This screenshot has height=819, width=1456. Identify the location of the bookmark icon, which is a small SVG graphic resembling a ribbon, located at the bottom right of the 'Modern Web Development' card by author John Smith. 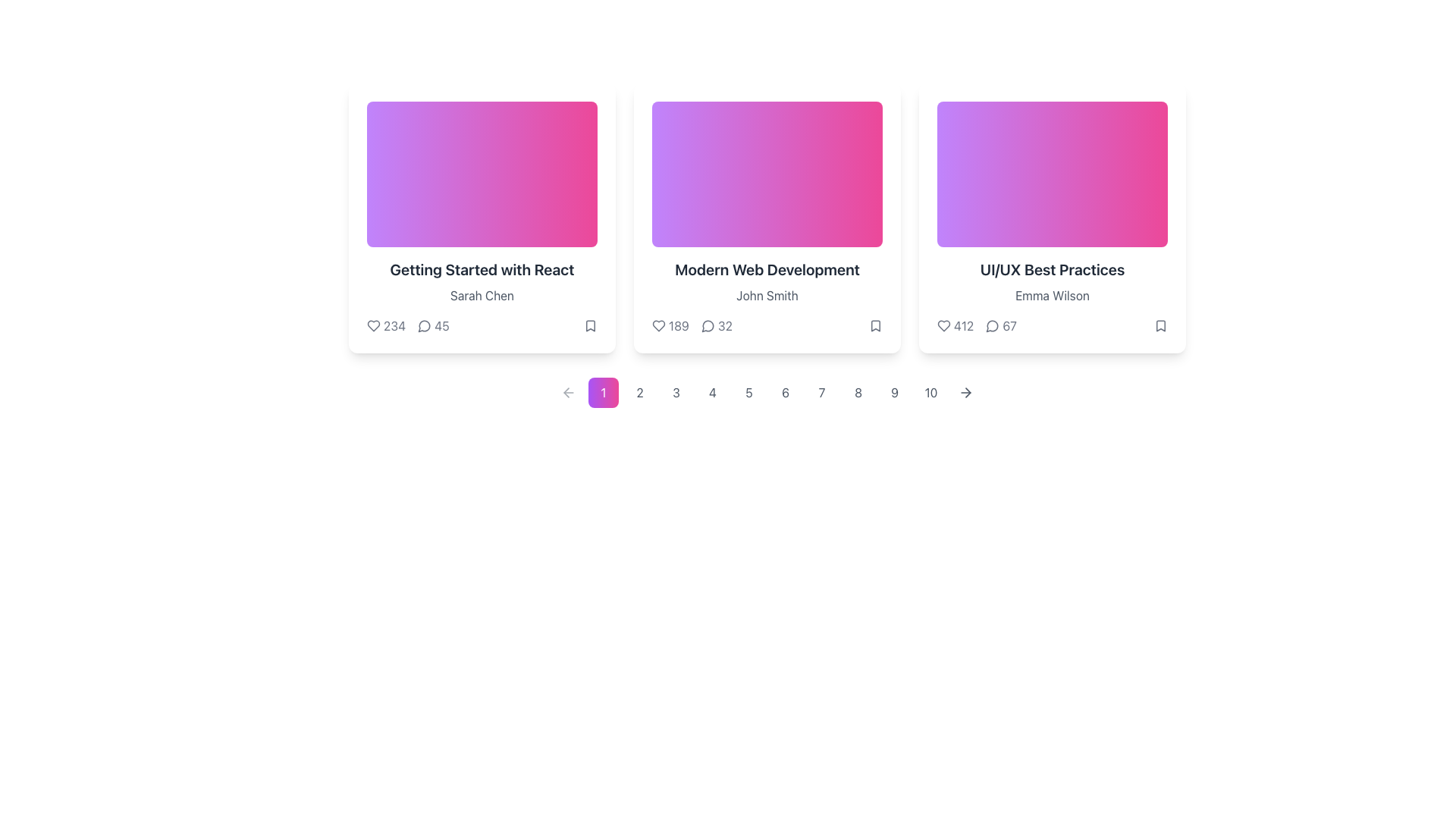
(876, 325).